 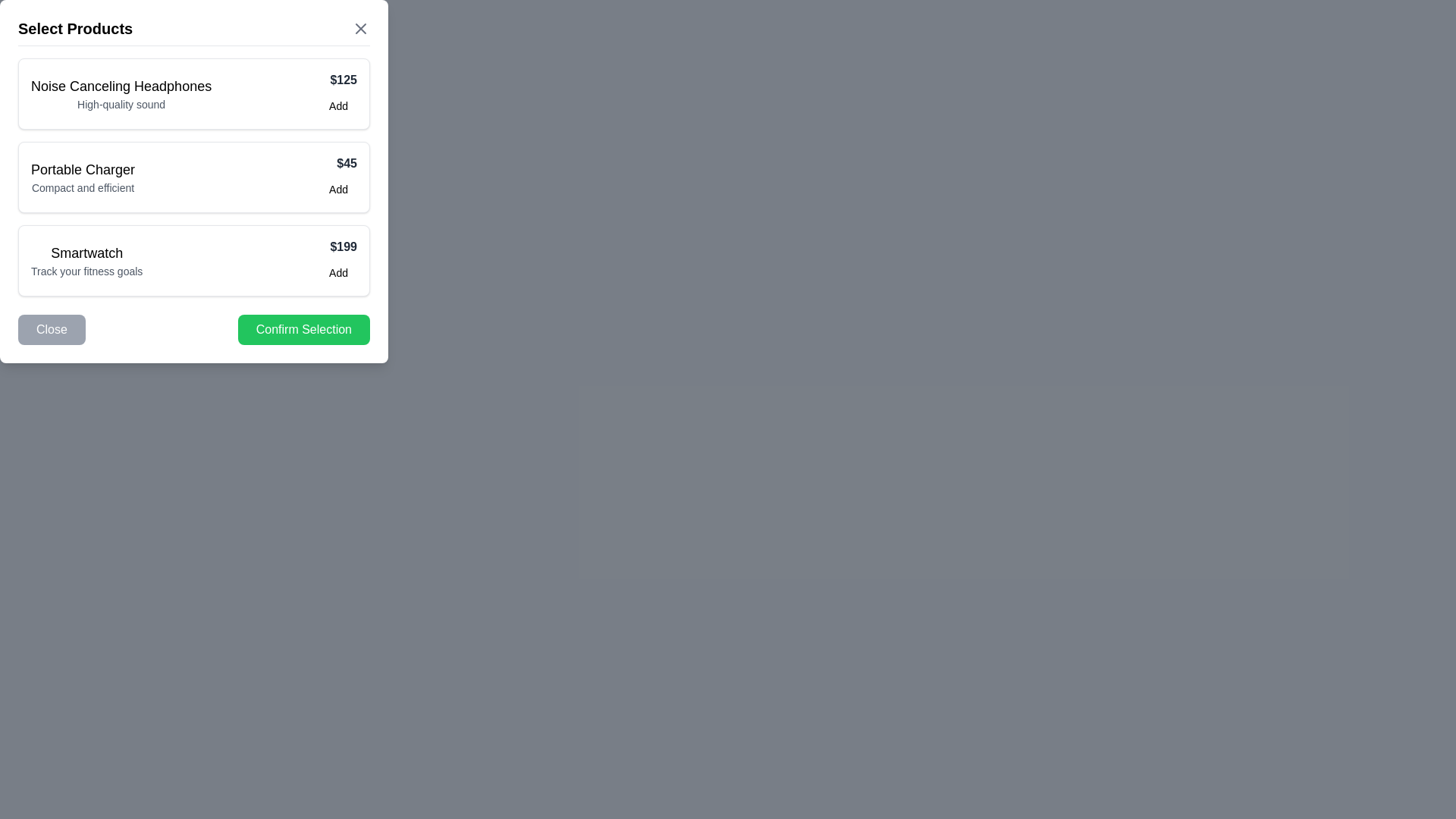 What do you see at coordinates (193, 259) in the screenshot?
I see `the 'Add' button located on the Smartwatch card, which features a bold title and a blue background, positioned at the lower part of the 'Select Products' section` at bounding box center [193, 259].